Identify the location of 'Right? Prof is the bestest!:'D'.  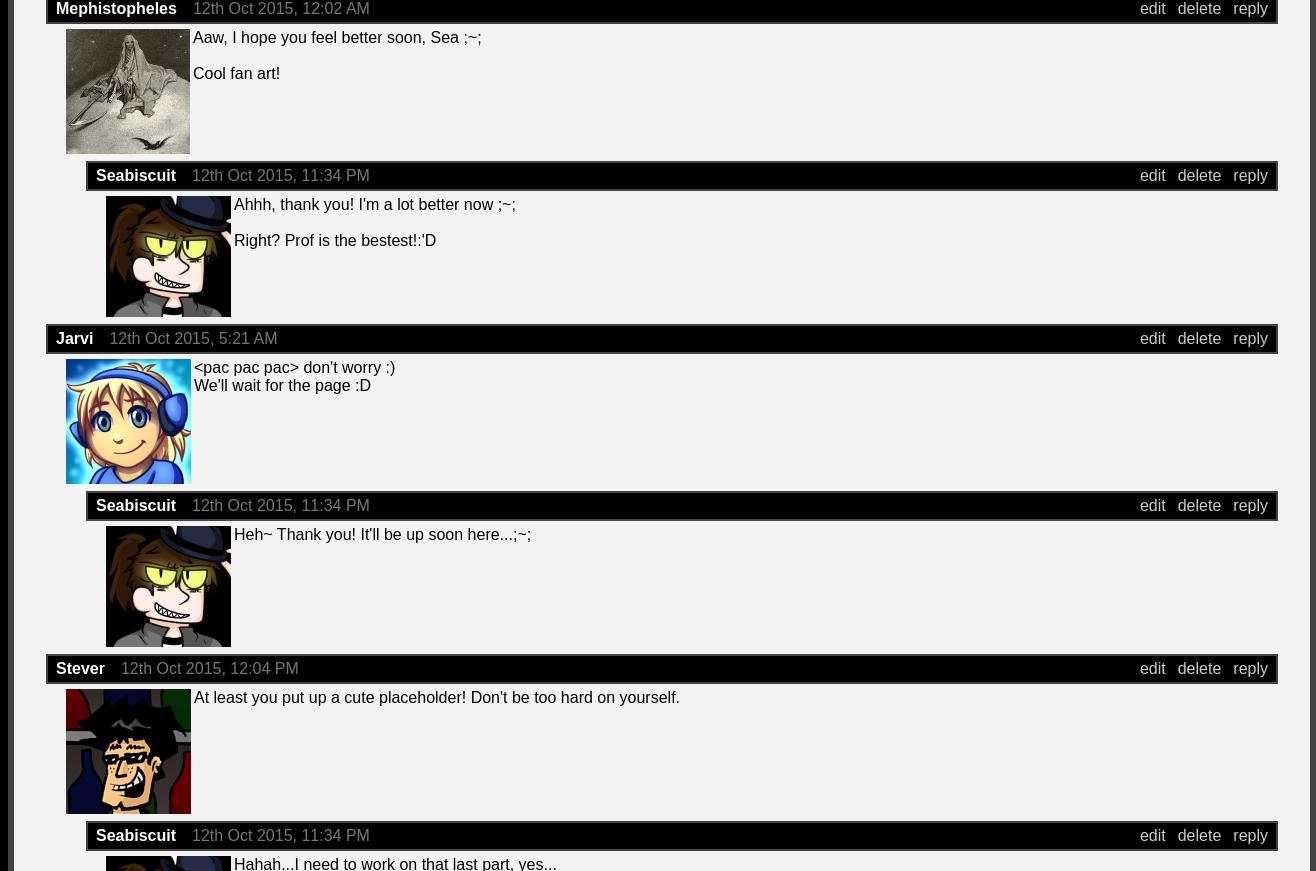
(233, 240).